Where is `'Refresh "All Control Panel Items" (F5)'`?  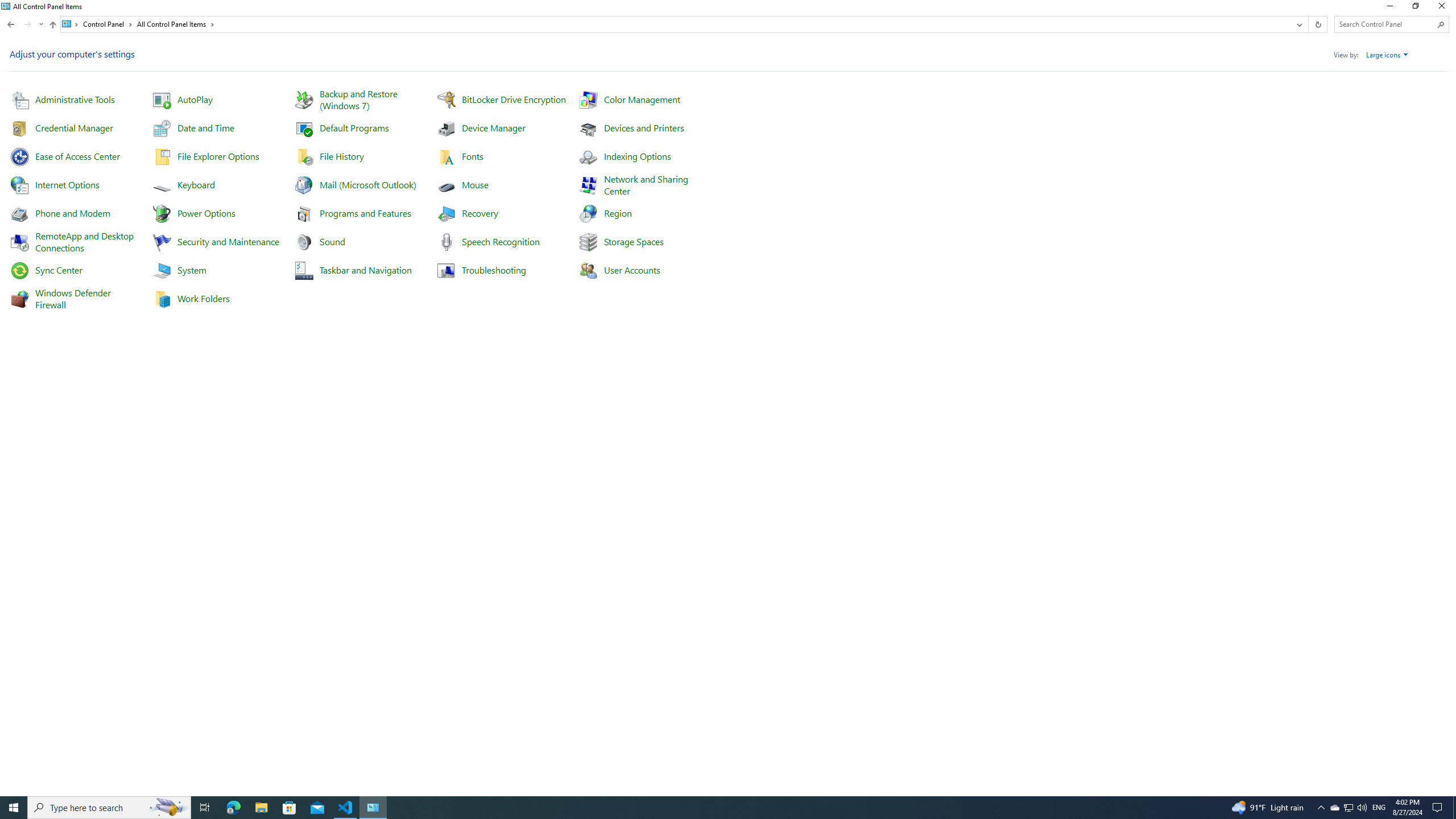 'Refresh "All Control Panel Items" (F5)' is located at coordinates (1317, 24).